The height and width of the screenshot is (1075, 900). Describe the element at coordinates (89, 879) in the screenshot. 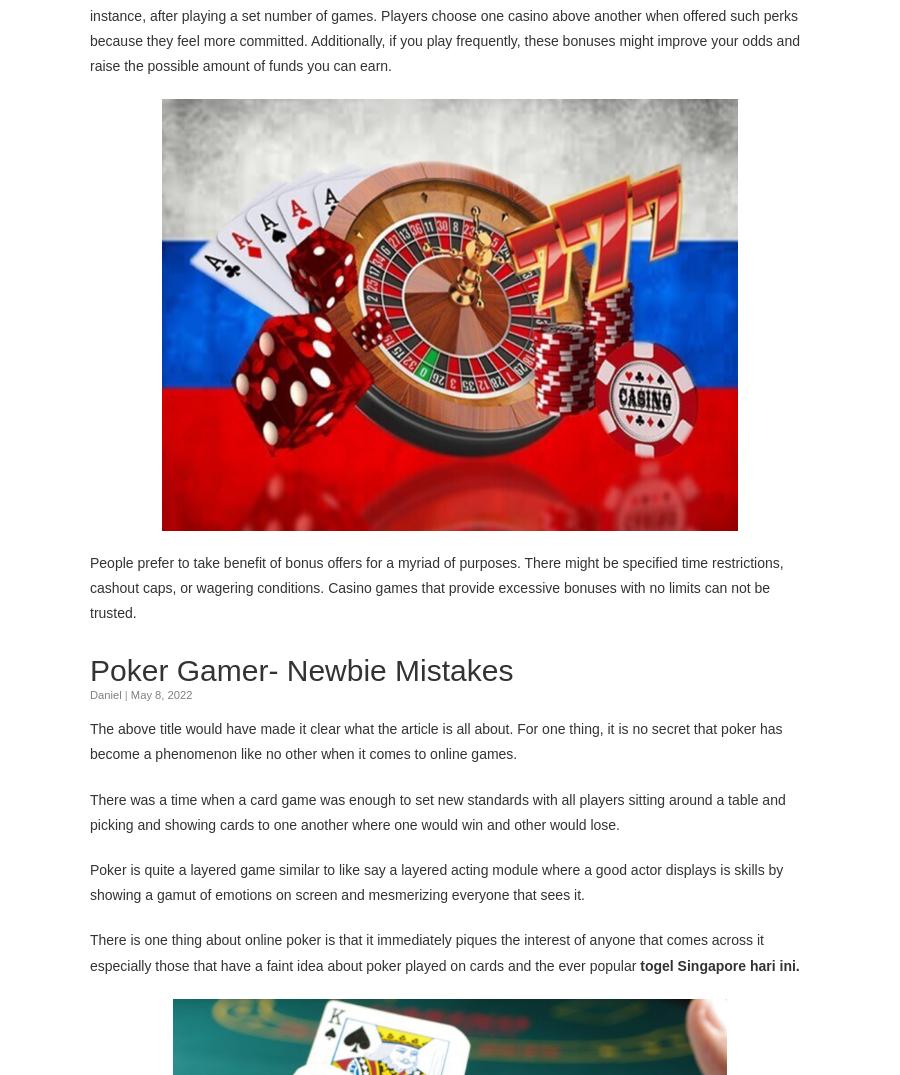

I see `'Poker is quite a layered game similar to like say a layered acting module where a good actor displays is skills by showing a gamut of emotions on screen and mesmerizing everyone that sees it.'` at that location.